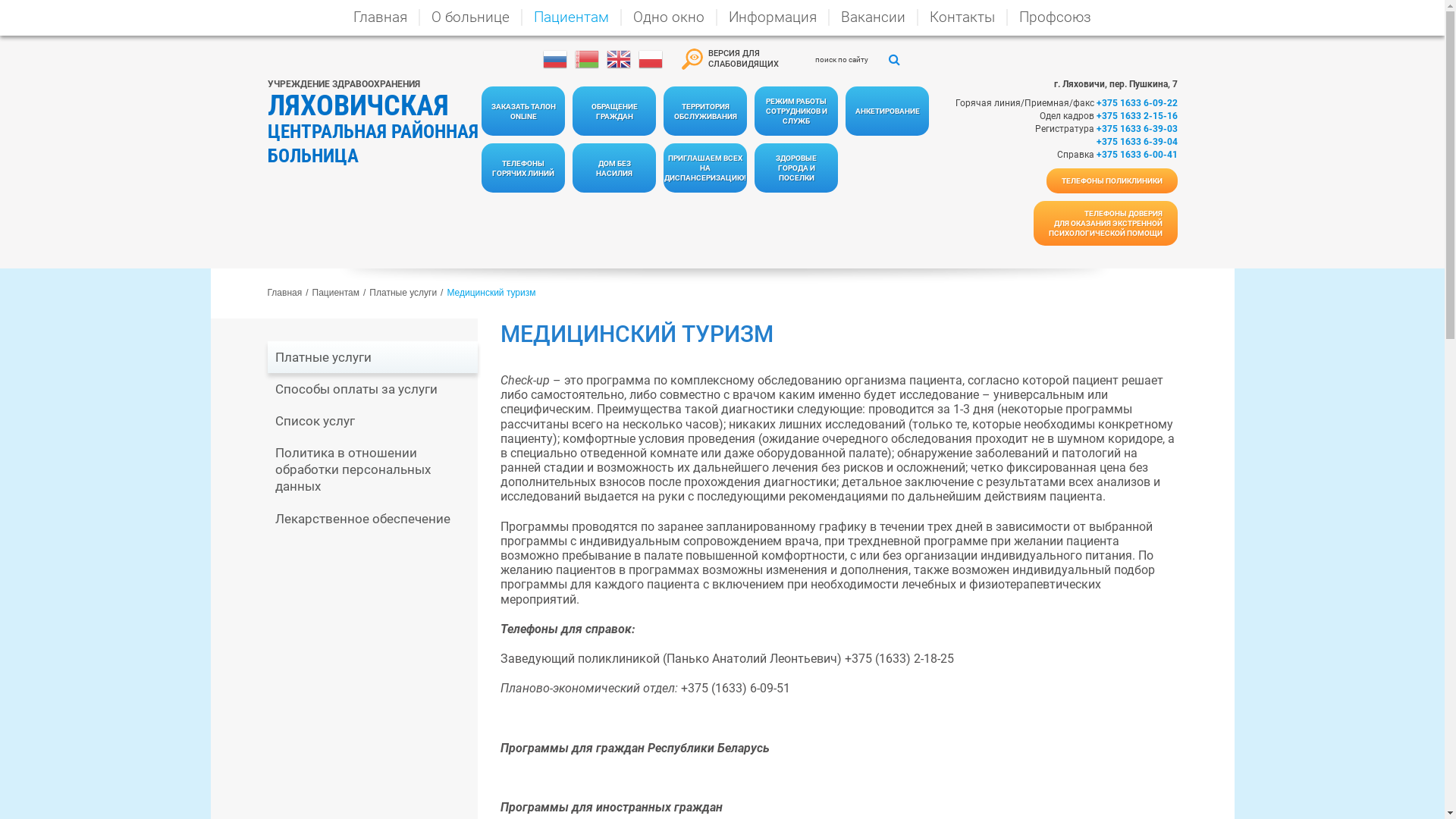  Describe the element at coordinates (619, 58) in the screenshot. I see `'English'` at that location.